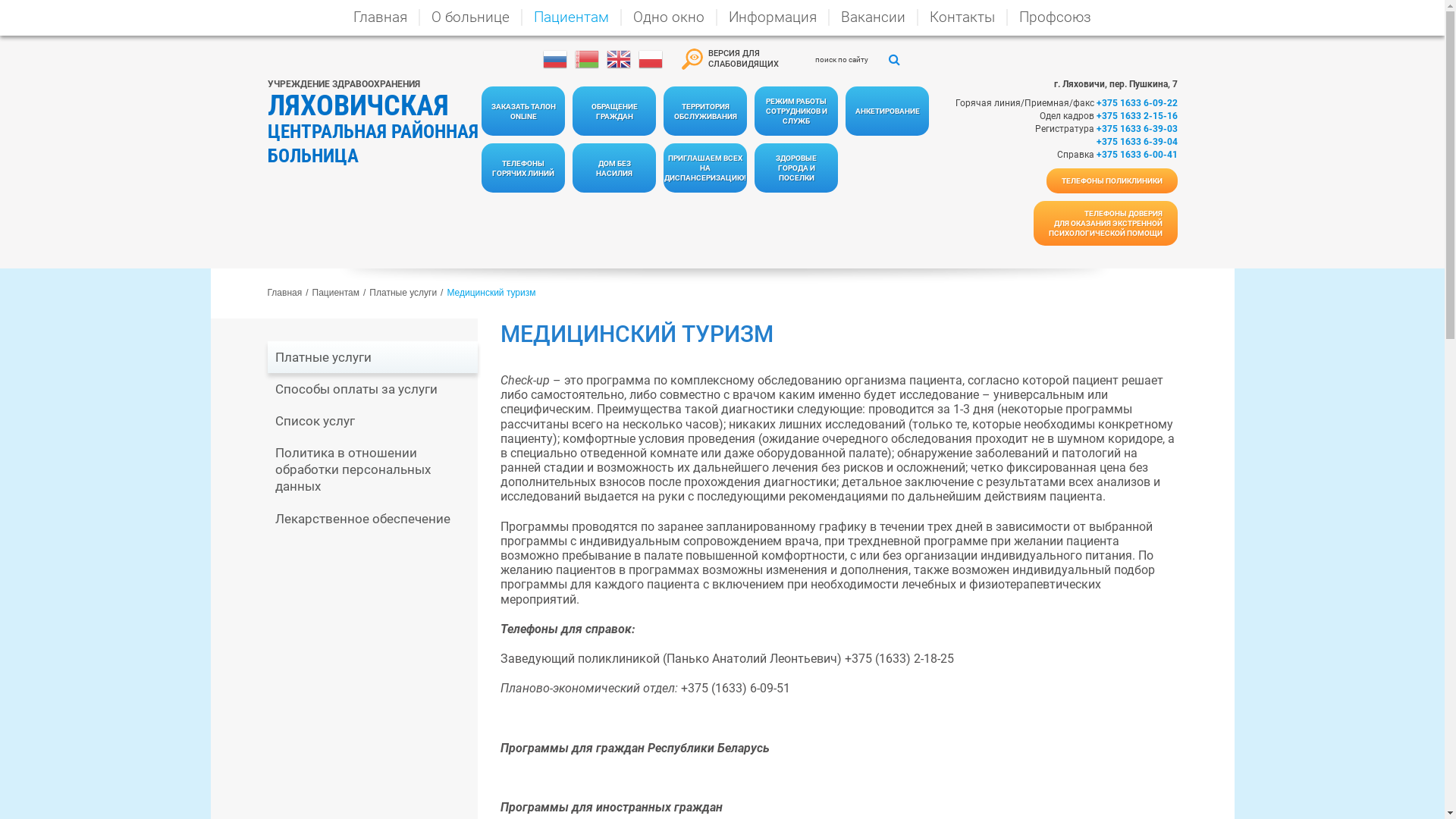  Describe the element at coordinates (619, 58) in the screenshot. I see `'English'` at that location.